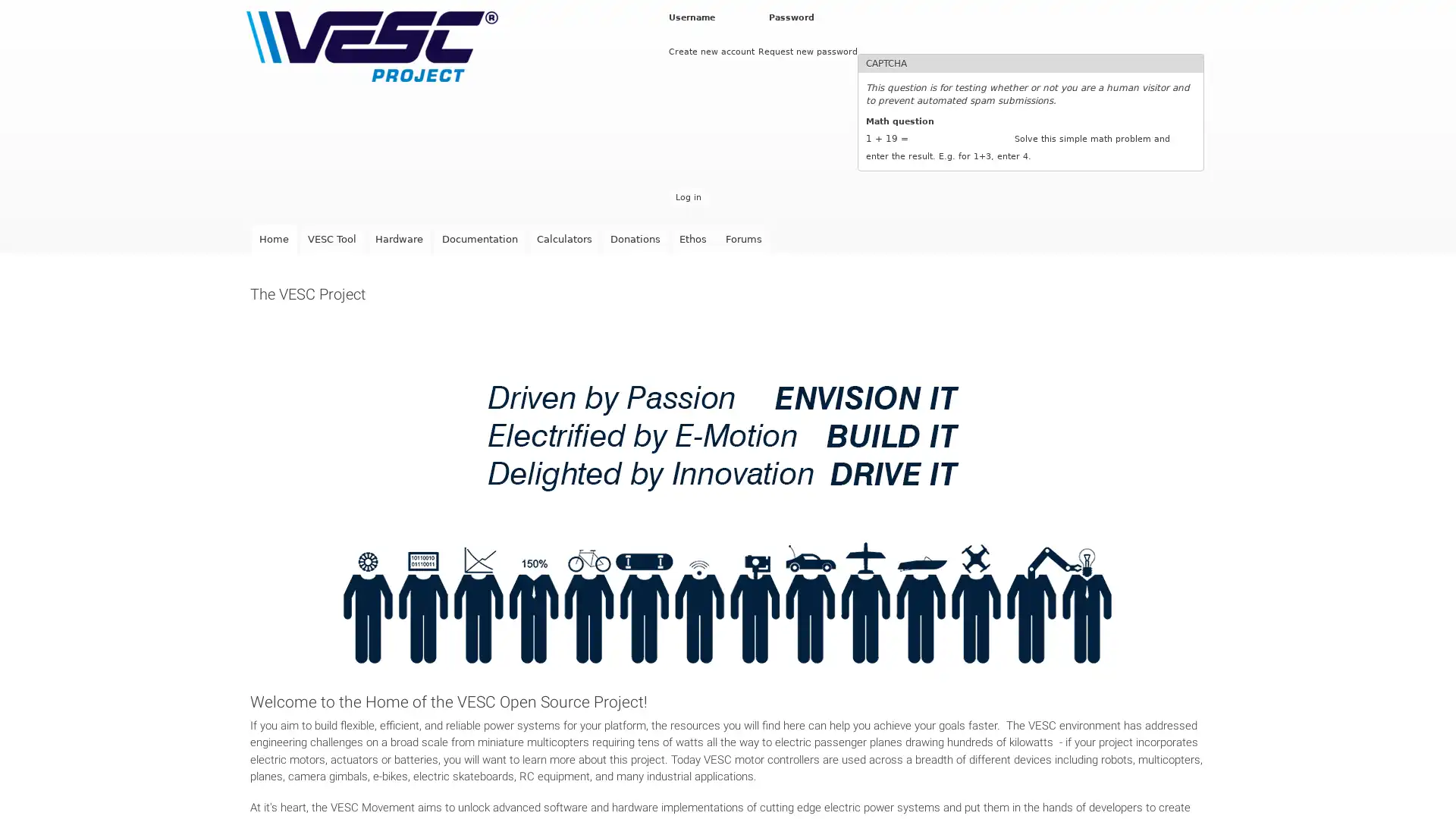  I want to click on Log in, so click(687, 196).